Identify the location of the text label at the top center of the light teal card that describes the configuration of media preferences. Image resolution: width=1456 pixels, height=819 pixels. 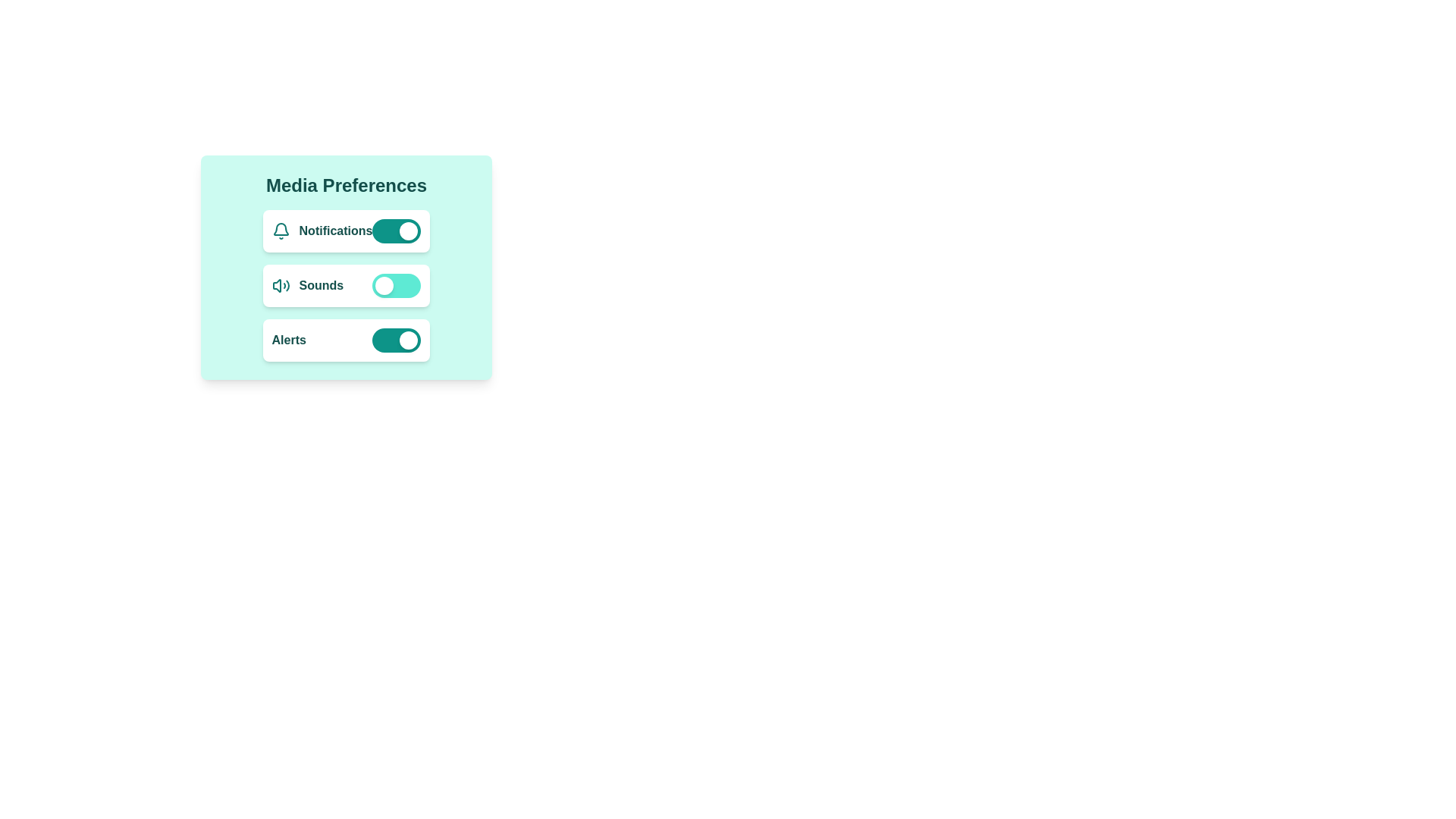
(345, 185).